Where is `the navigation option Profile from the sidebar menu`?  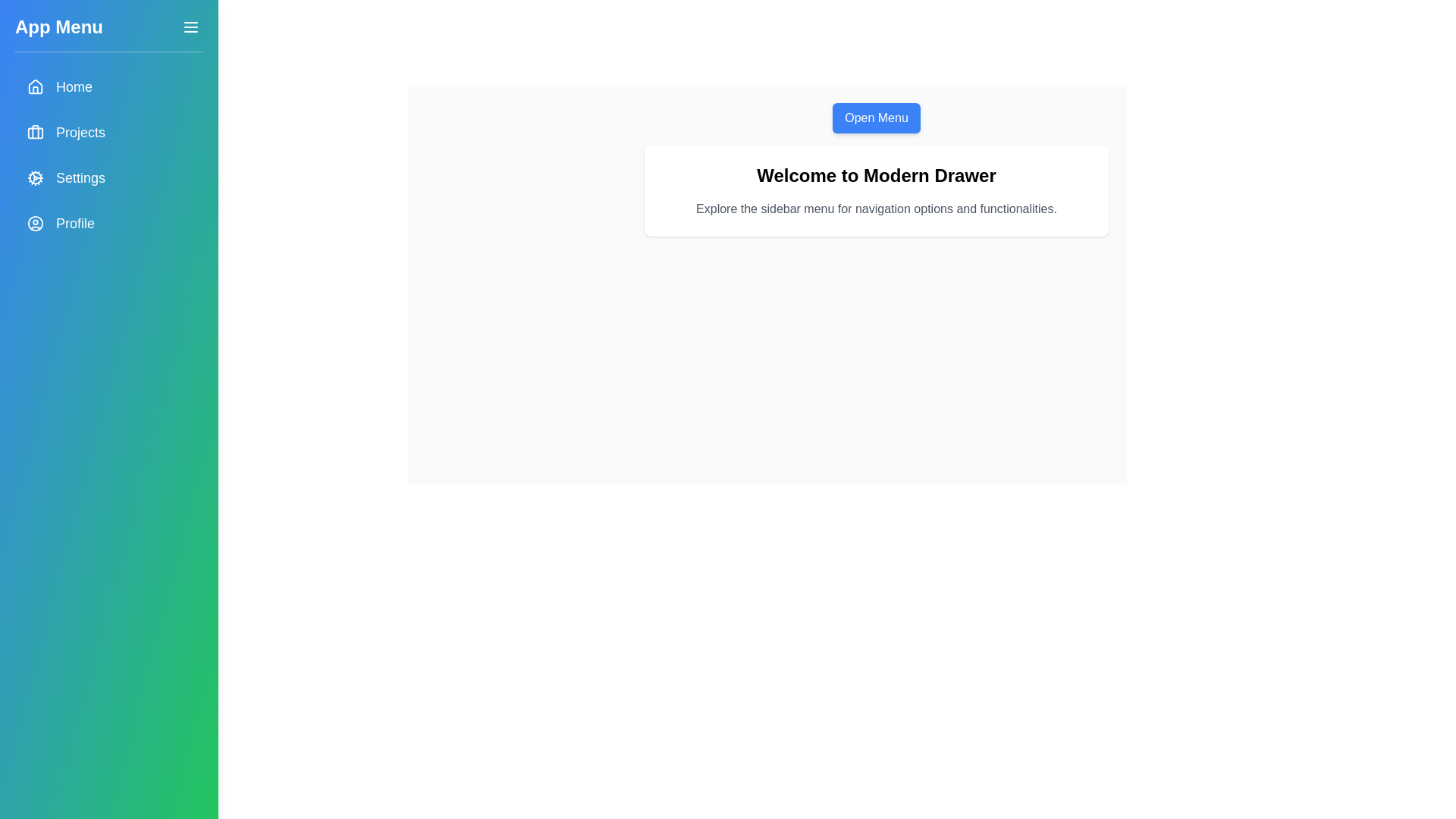
the navigation option Profile from the sidebar menu is located at coordinates (108, 223).